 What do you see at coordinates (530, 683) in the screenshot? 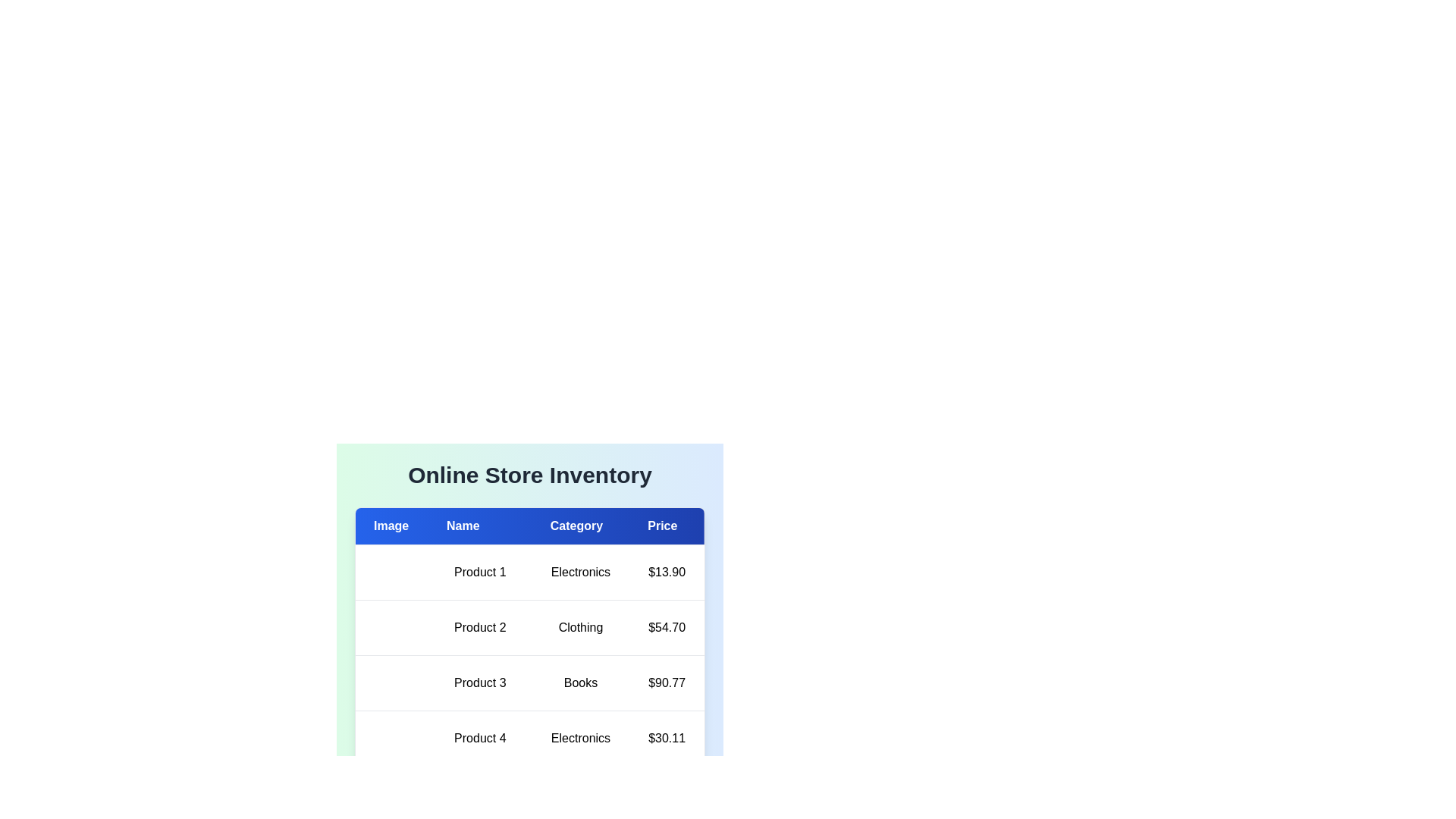
I see `the row of the product with name Product 3` at bounding box center [530, 683].